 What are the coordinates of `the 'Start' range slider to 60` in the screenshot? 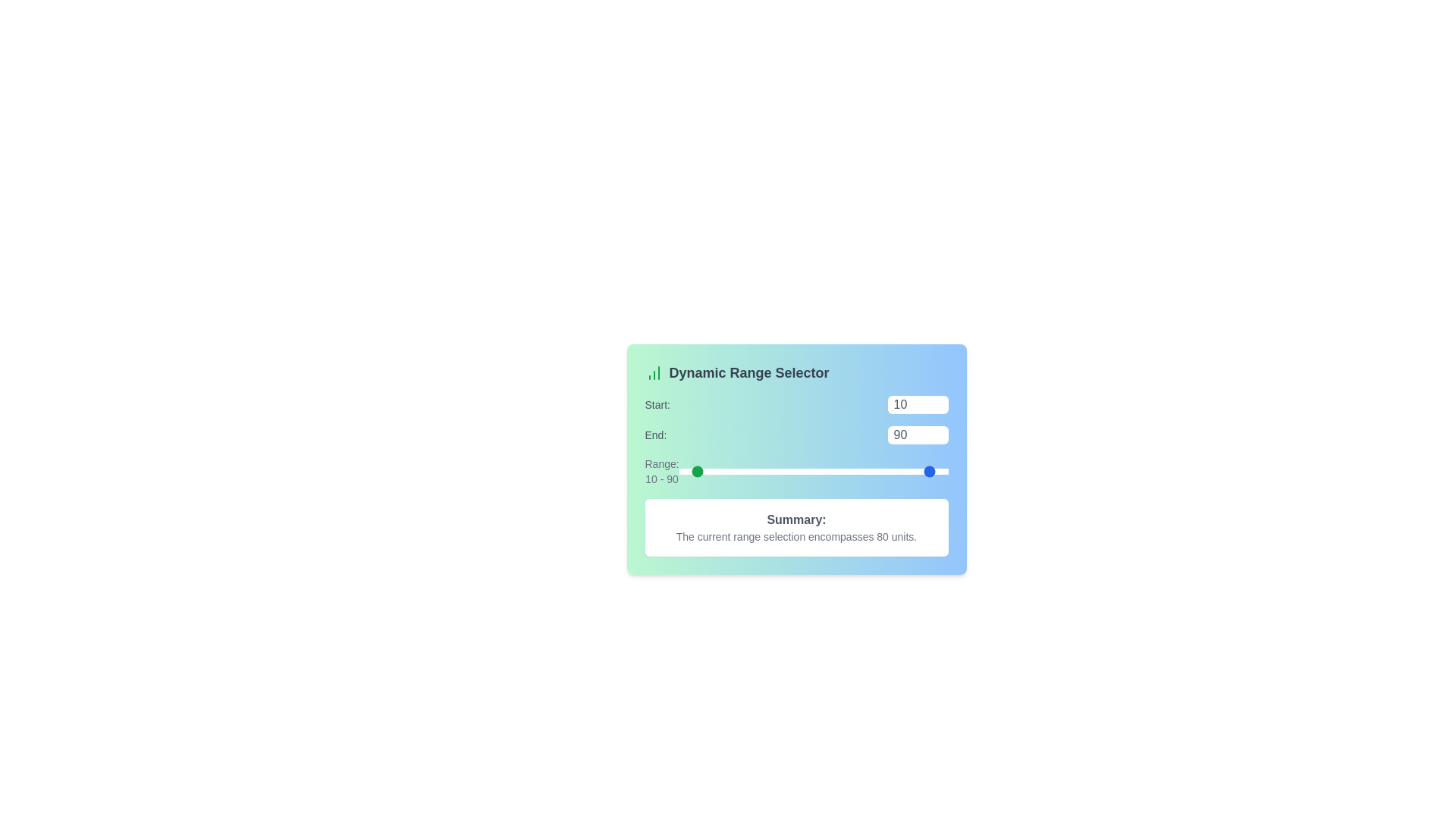 It's located at (760, 470).